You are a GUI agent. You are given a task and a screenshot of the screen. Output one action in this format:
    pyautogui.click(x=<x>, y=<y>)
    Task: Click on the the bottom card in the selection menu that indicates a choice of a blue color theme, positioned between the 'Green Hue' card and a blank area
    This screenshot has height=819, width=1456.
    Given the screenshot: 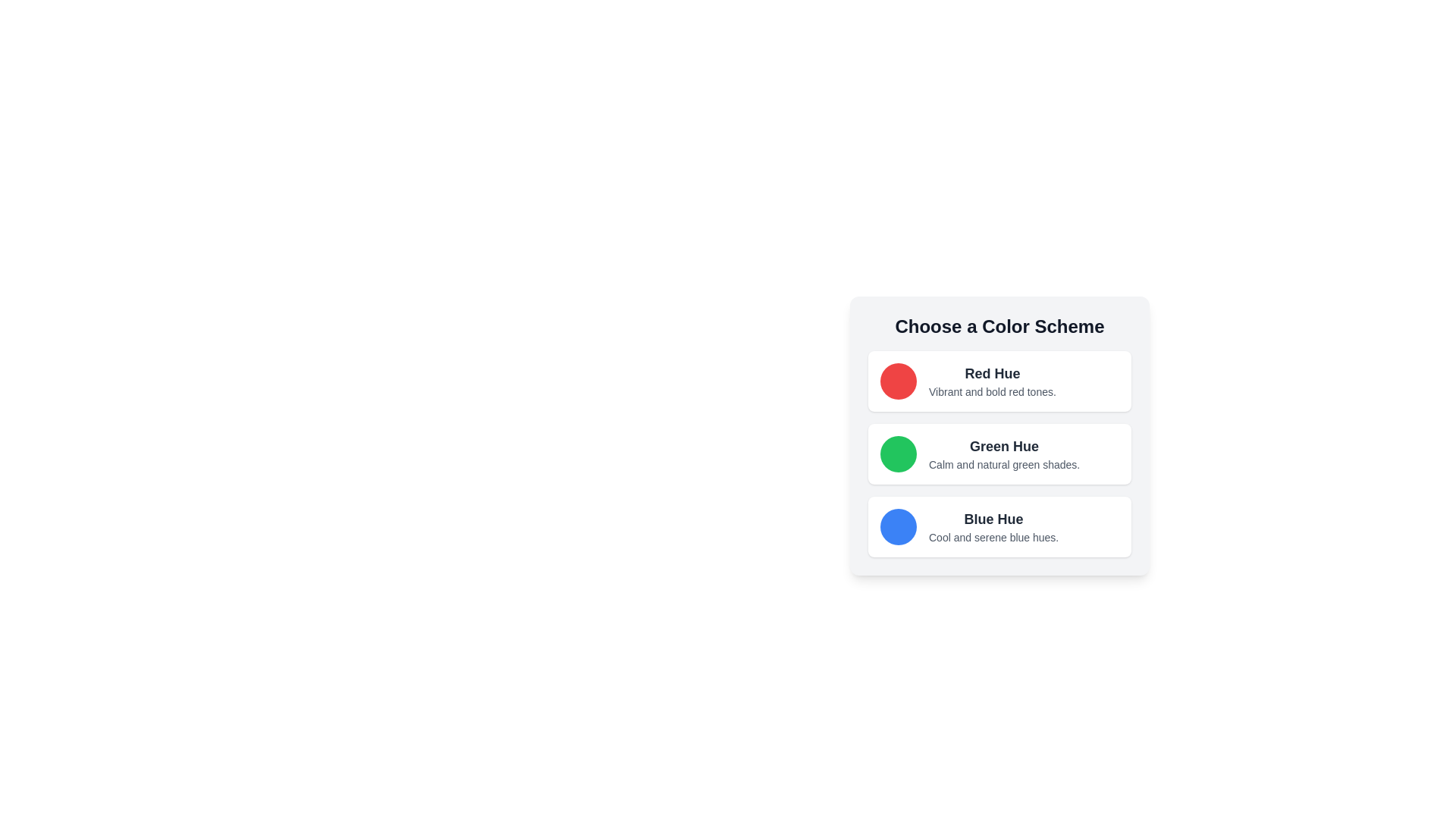 What is the action you would take?
    pyautogui.click(x=999, y=526)
    